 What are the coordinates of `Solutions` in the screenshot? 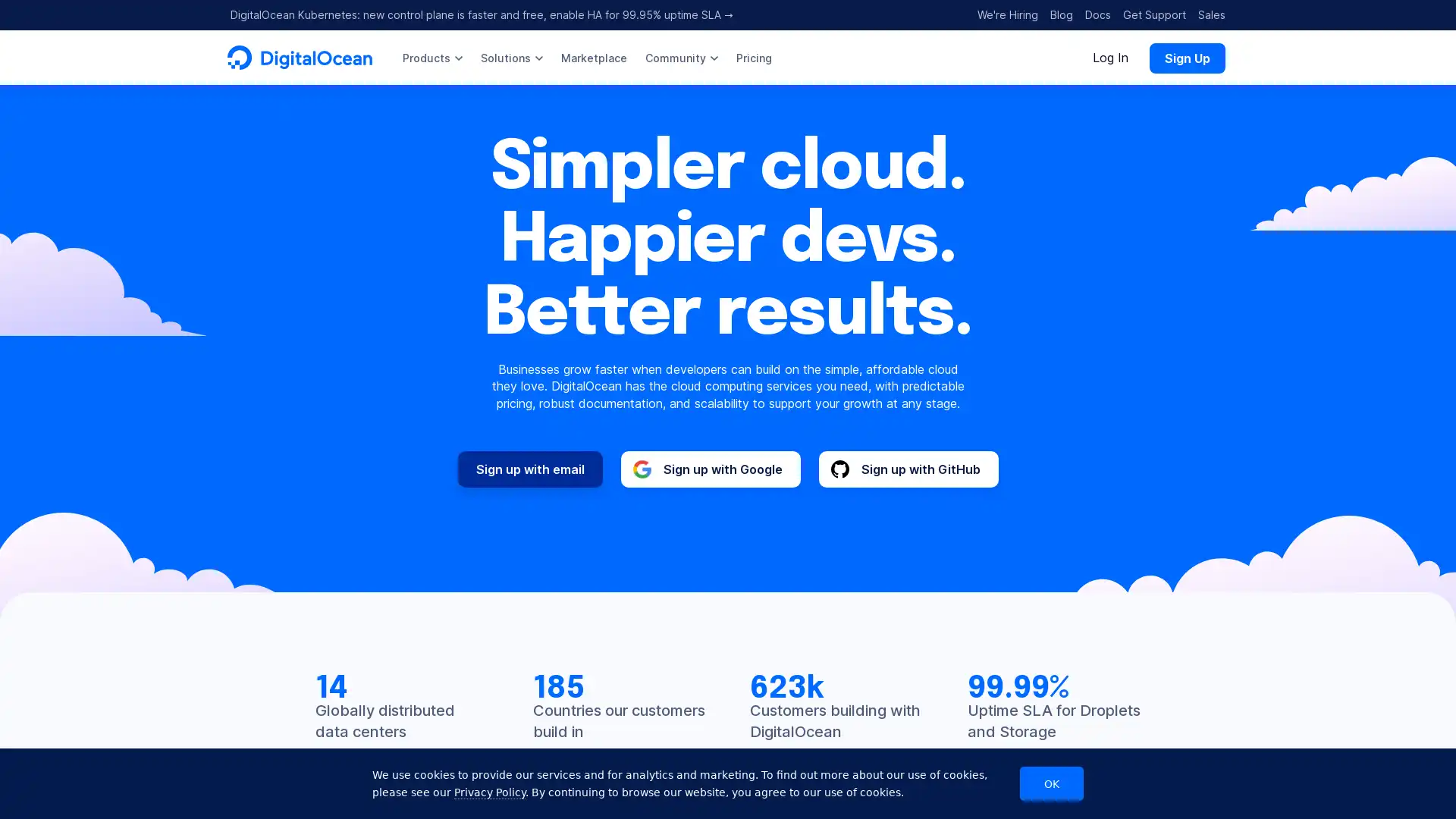 It's located at (512, 57).